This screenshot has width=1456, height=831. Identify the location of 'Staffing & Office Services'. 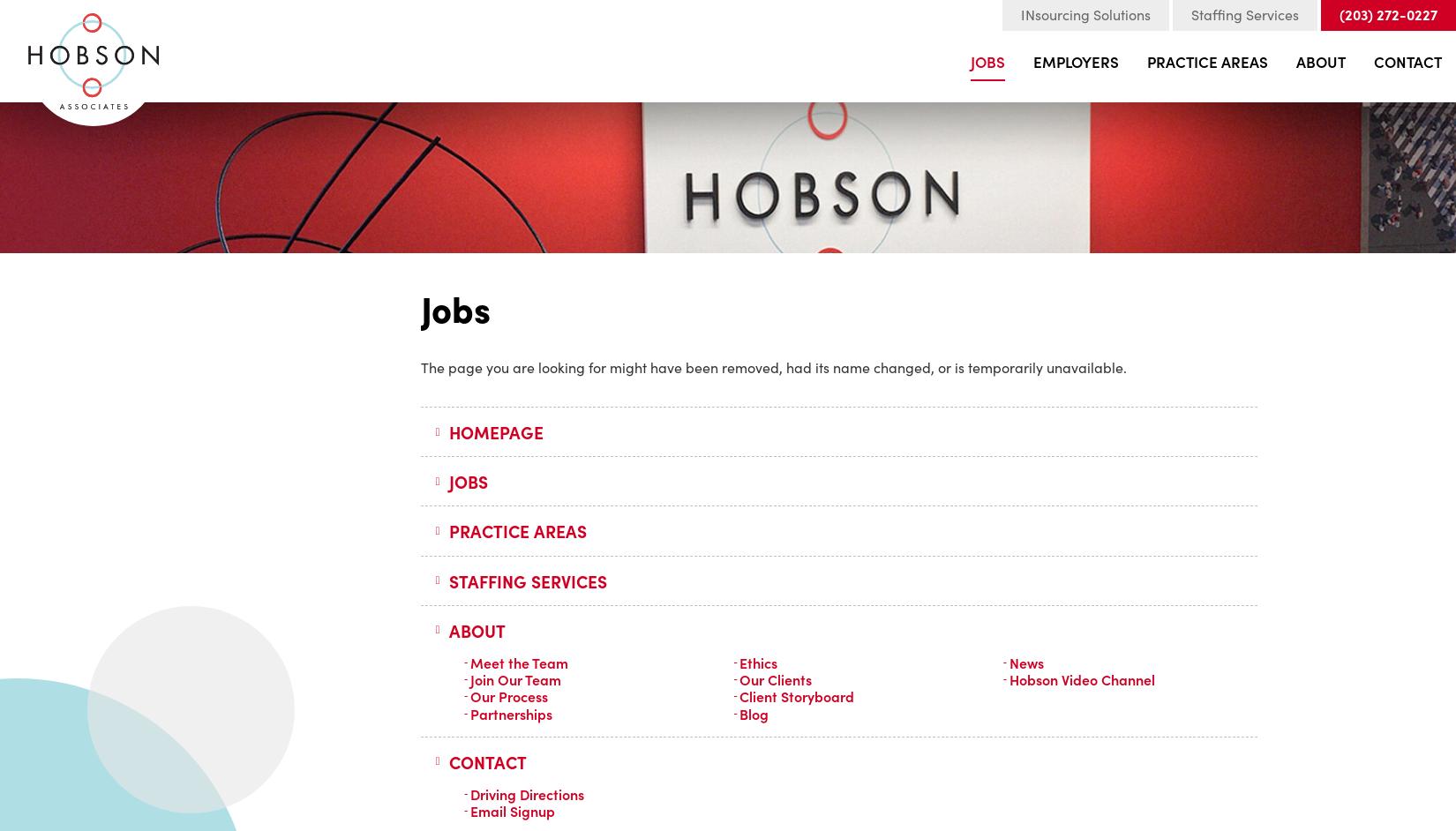
(1220, 269).